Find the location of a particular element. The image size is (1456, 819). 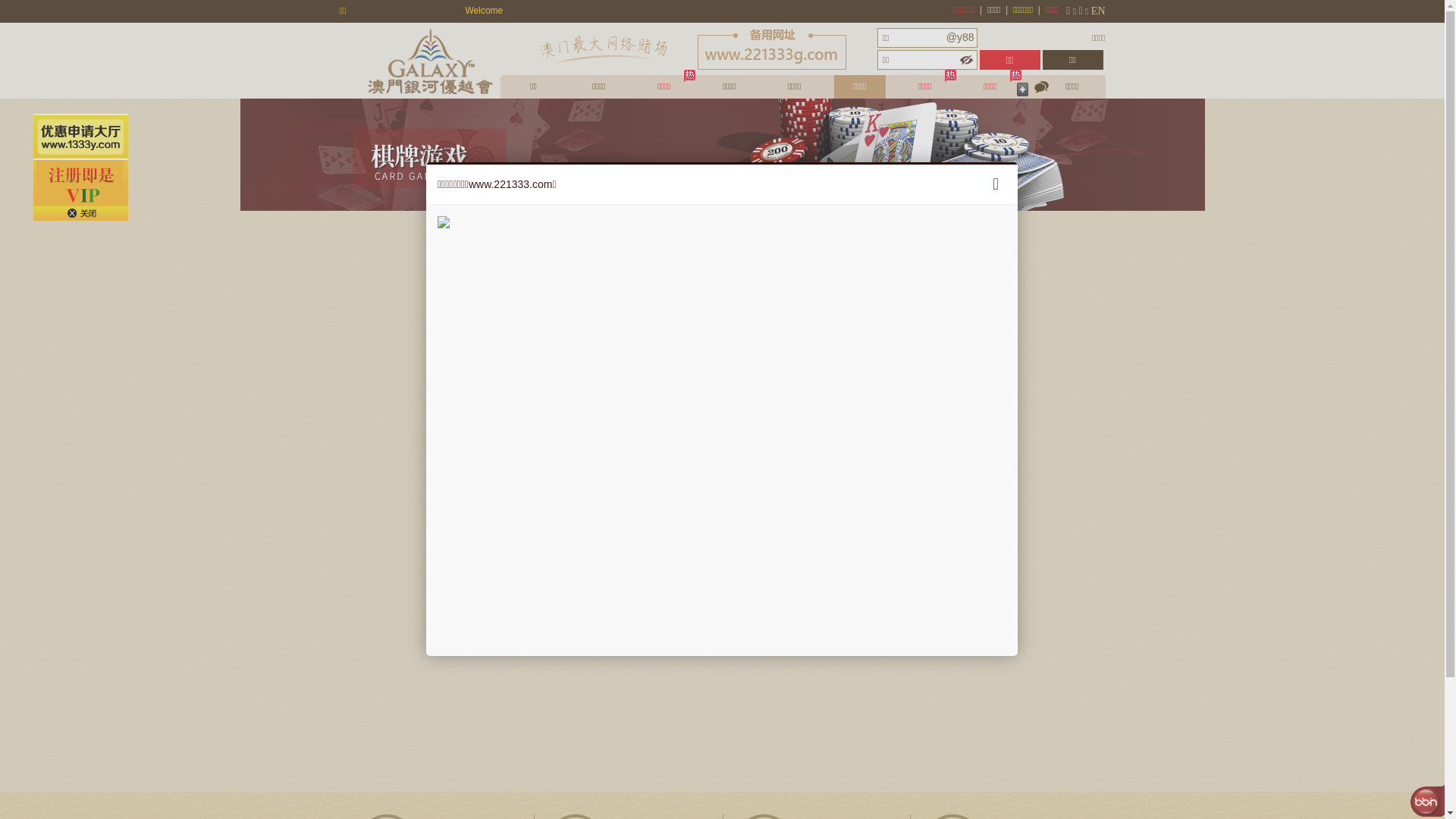

'EN' is located at coordinates (1098, 11).